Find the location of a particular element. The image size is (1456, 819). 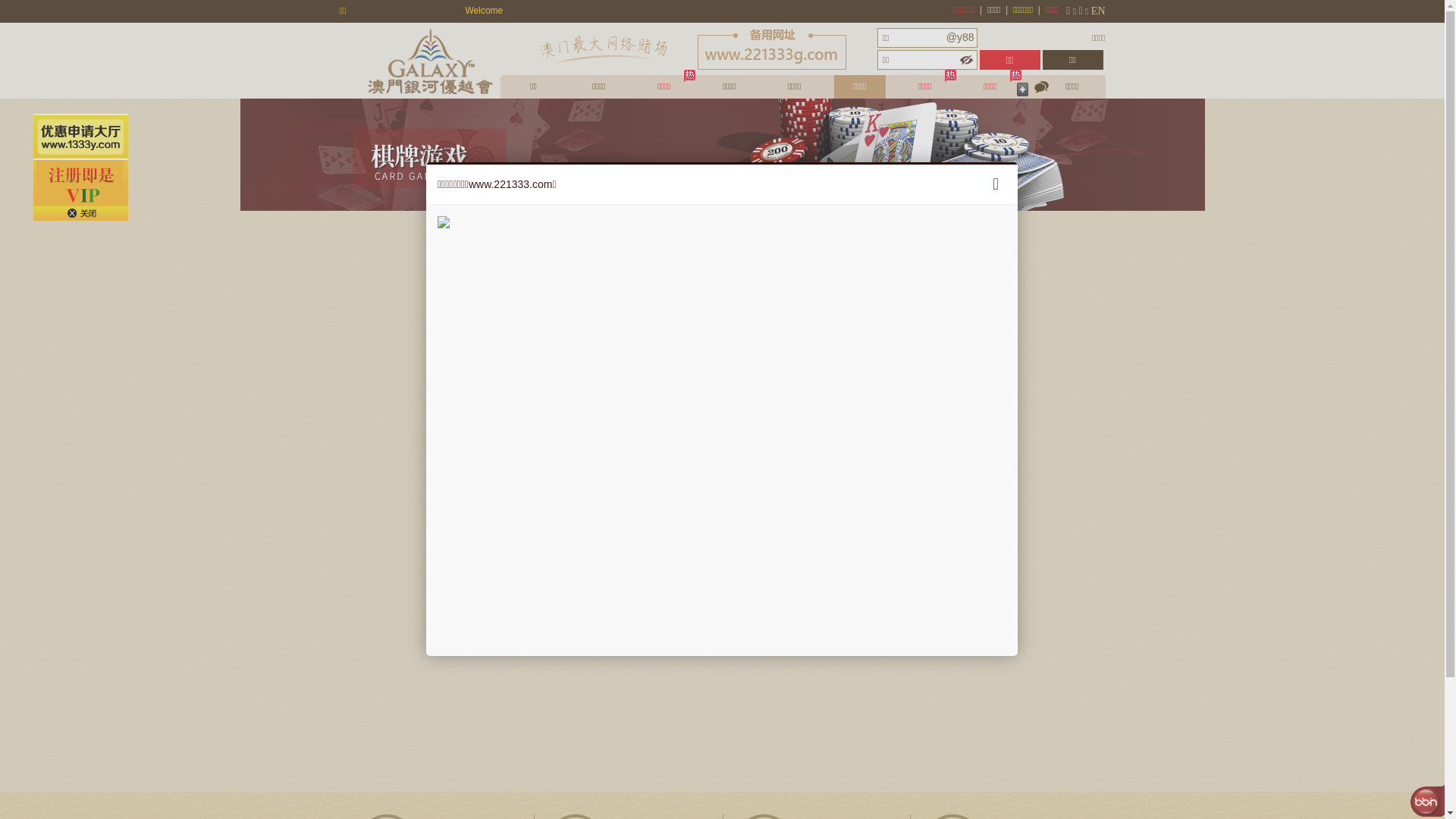

'EN' is located at coordinates (1098, 11).